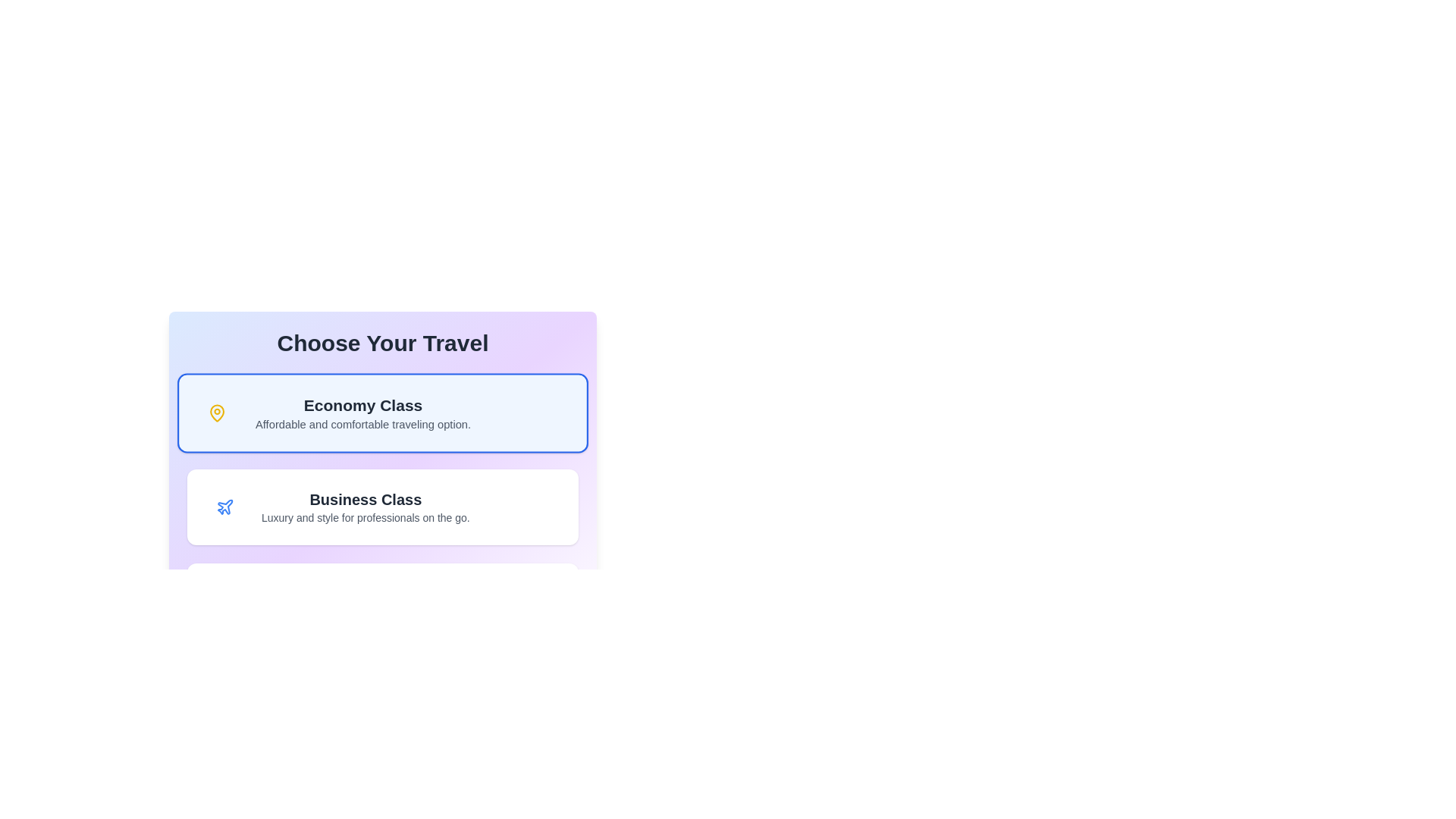  What do you see at coordinates (224, 507) in the screenshot?
I see `the details of the air travel icon representing the 'Business Class' option, located in the top-left corner of the corresponding card` at bounding box center [224, 507].